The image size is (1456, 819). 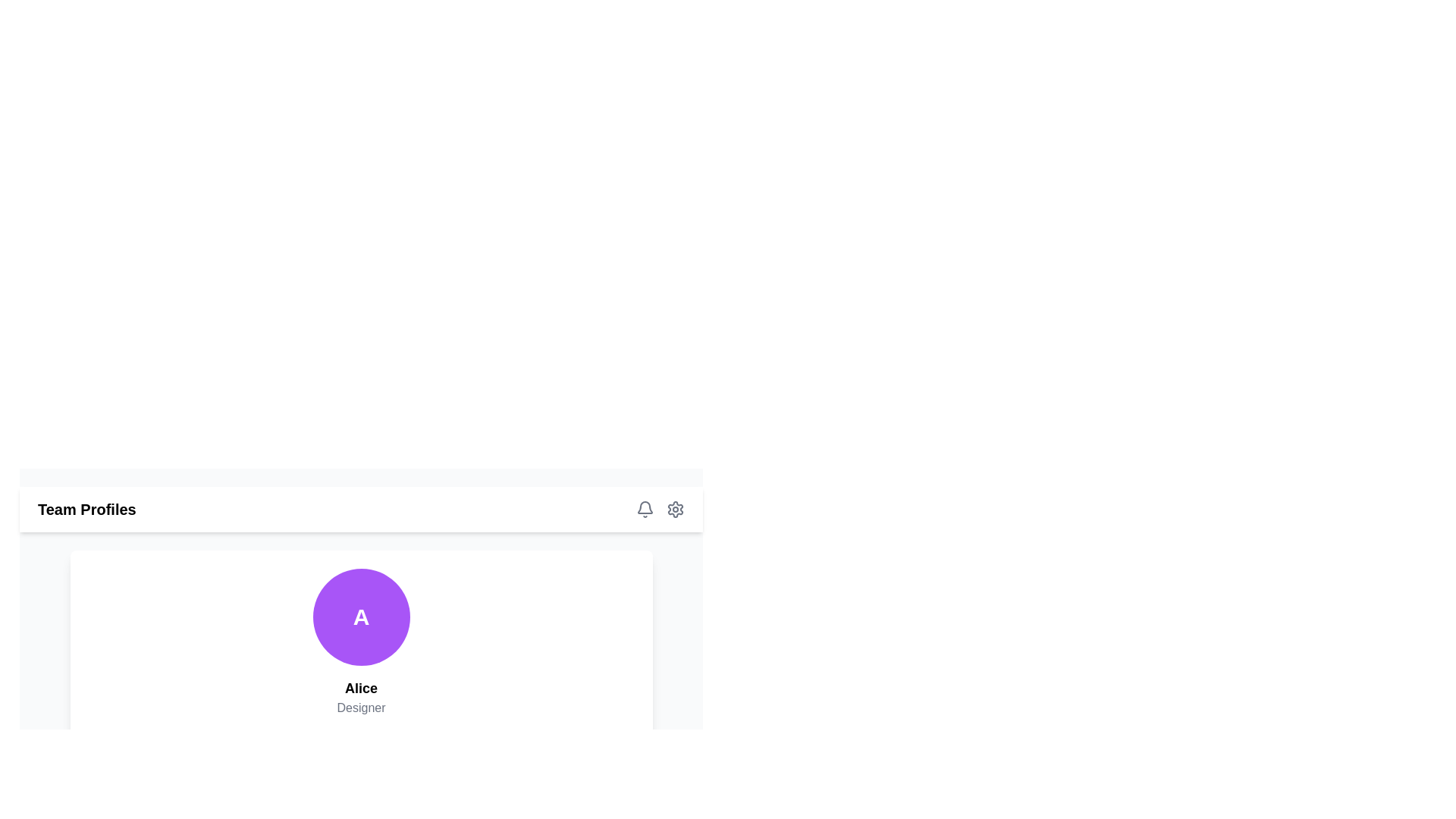 I want to click on the gray bell-shaped icon located at the top-right corner of the user interface, so click(x=645, y=509).